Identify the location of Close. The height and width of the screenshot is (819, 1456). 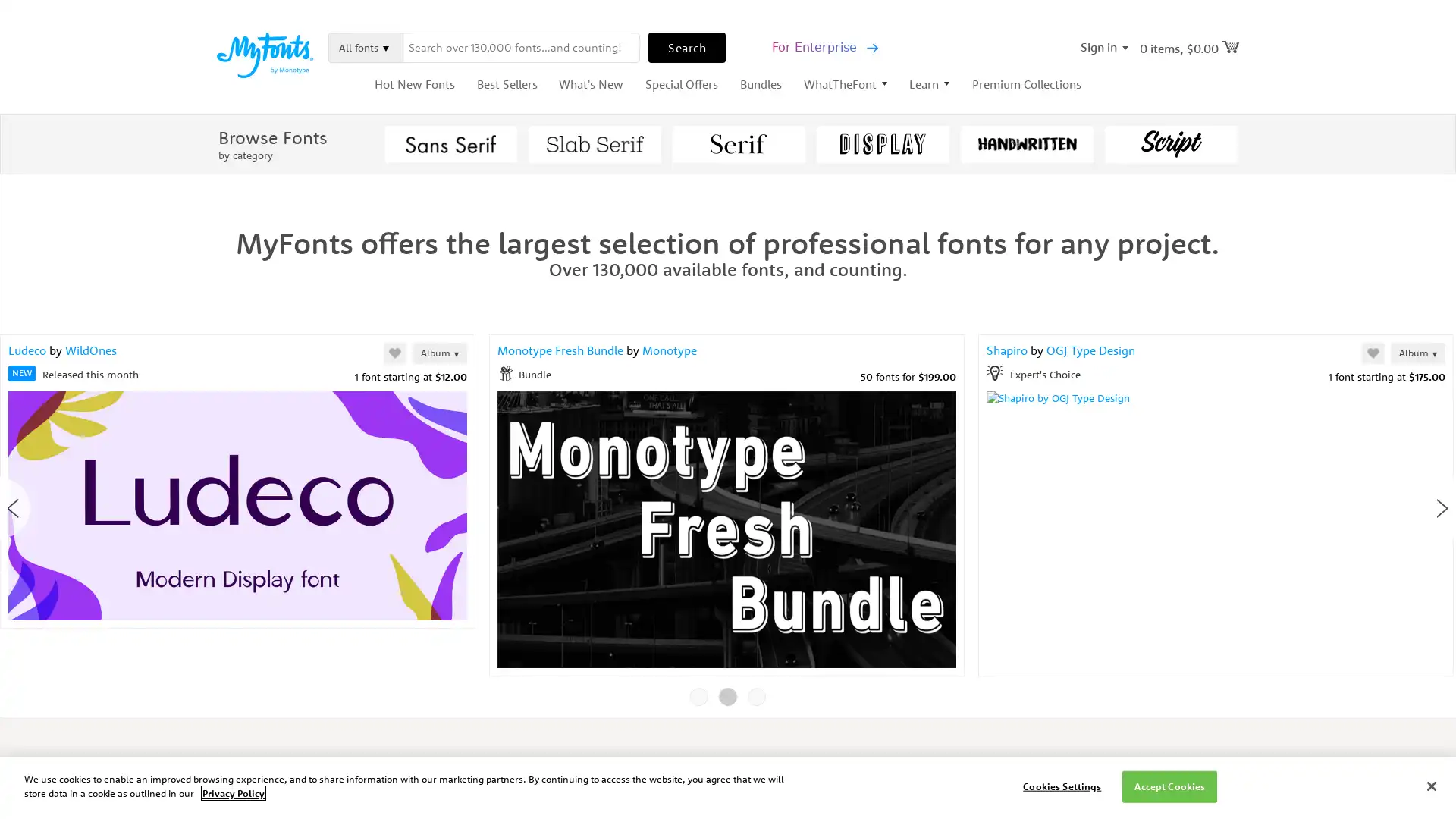
(1430, 785).